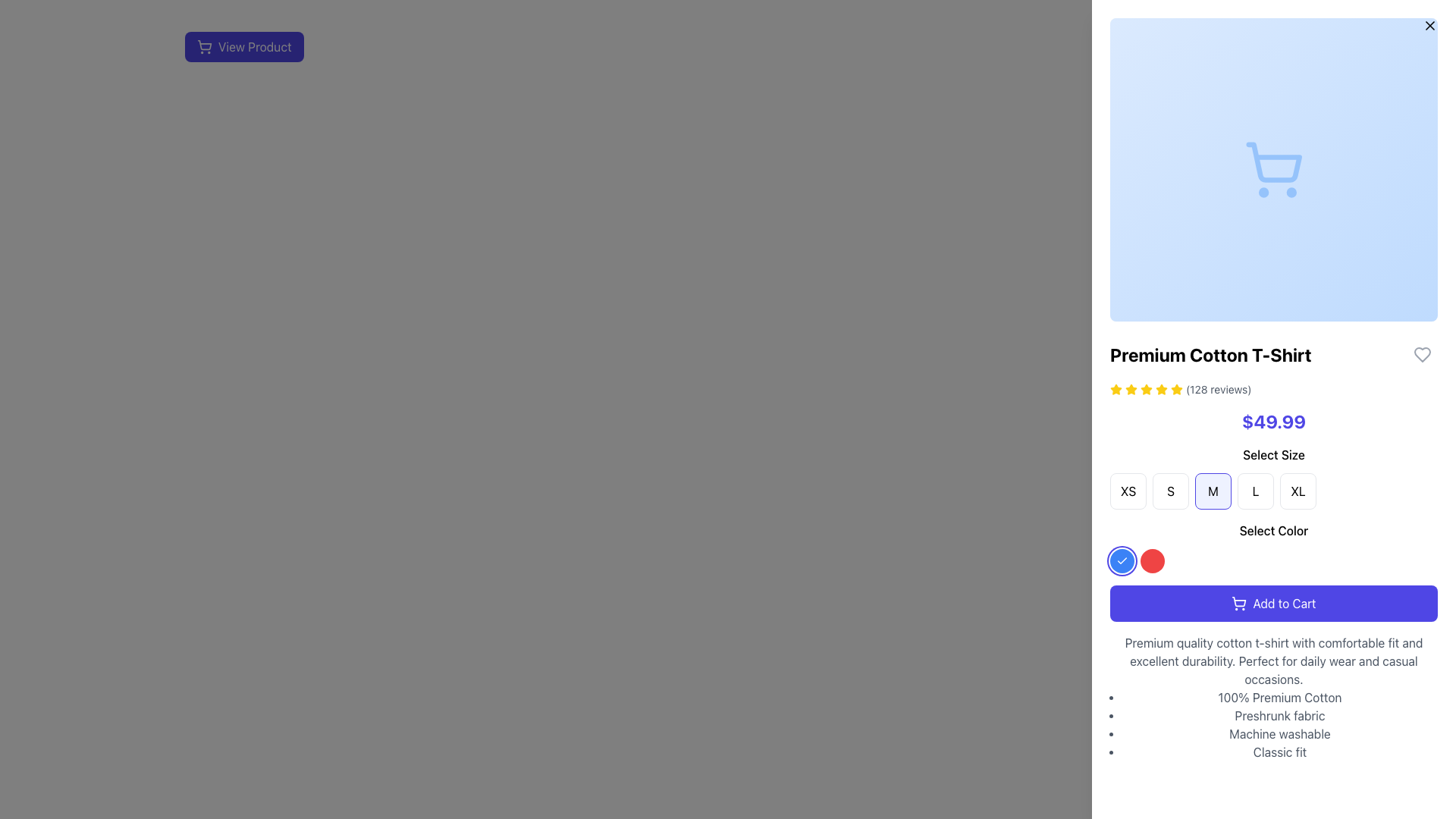 The height and width of the screenshot is (819, 1456). What do you see at coordinates (1284, 602) in the screenshot?
I see `the 'Add to Cart' button label, which is styled in white text on a blue background with rounded corners` at bounding box center [1284, 602].